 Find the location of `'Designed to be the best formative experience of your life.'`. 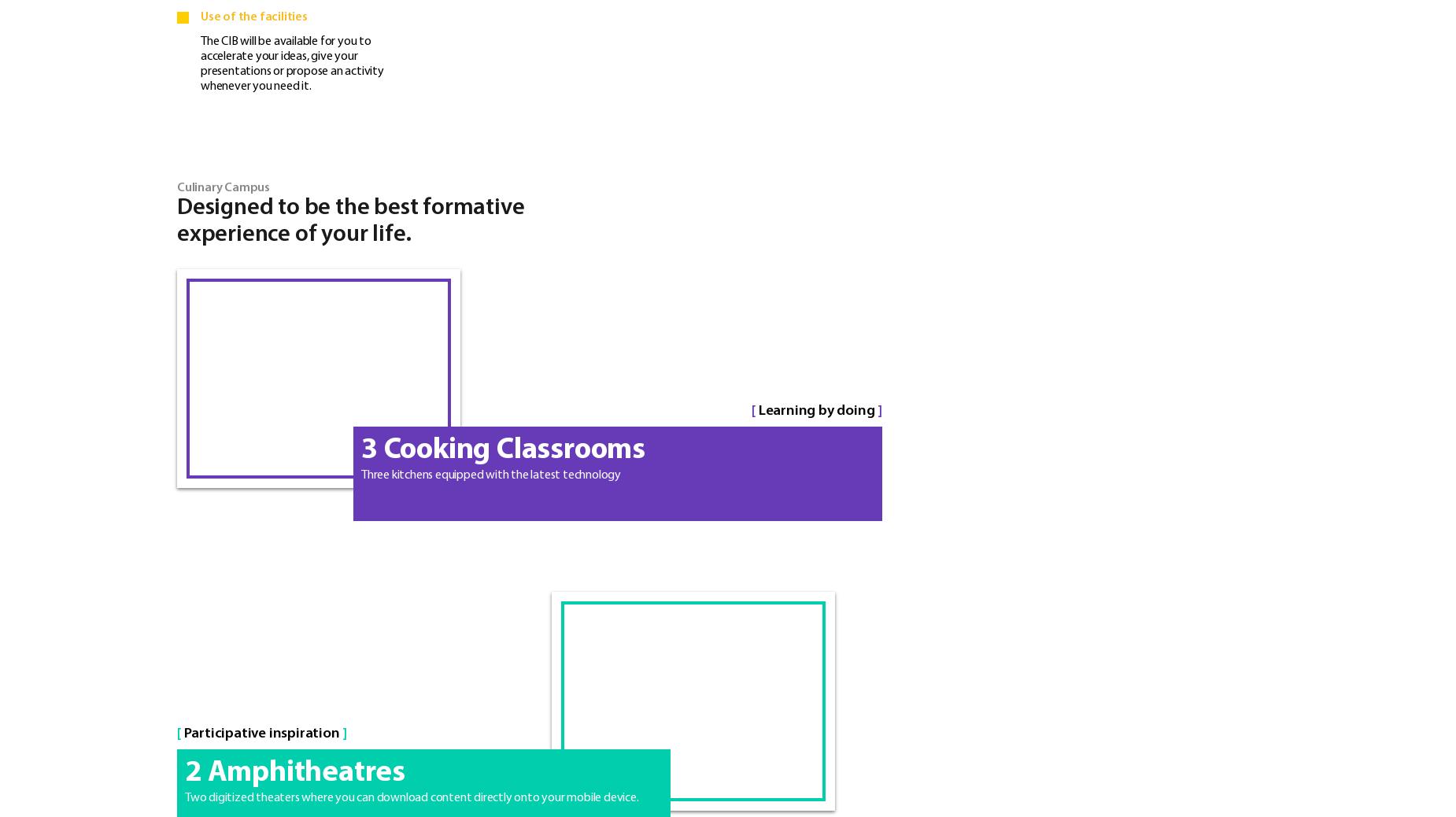

'Designed to be the best formative experience of your life.' is located at coordinates (349, 220).